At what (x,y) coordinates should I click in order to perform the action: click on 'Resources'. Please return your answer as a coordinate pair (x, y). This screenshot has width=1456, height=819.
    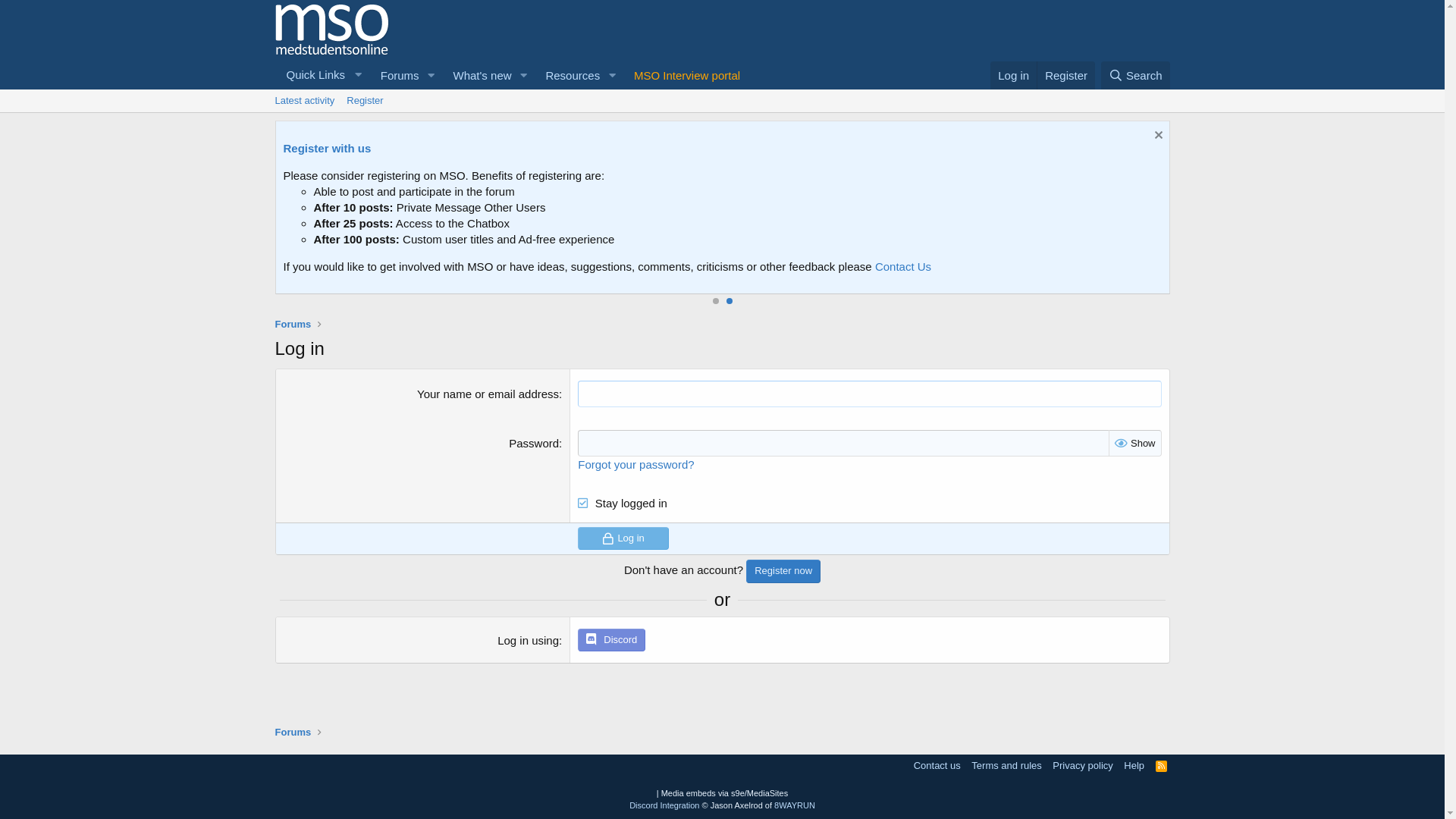
    Looking at the image, I should click on (566, 75).